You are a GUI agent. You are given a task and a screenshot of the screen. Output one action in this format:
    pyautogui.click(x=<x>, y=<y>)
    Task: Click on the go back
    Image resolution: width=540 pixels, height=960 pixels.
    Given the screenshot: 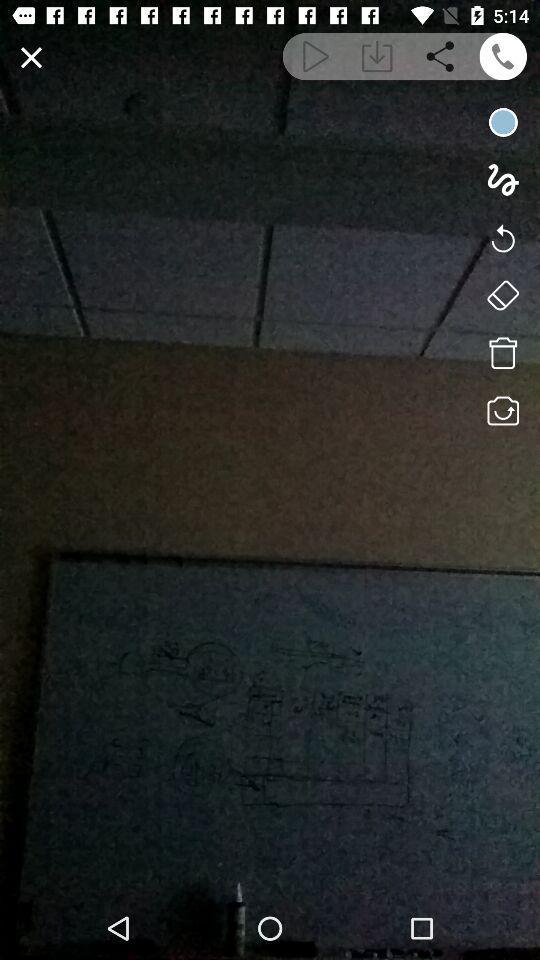 What is the action you would take?
    pyautogui.click(x=502, y=237)
    